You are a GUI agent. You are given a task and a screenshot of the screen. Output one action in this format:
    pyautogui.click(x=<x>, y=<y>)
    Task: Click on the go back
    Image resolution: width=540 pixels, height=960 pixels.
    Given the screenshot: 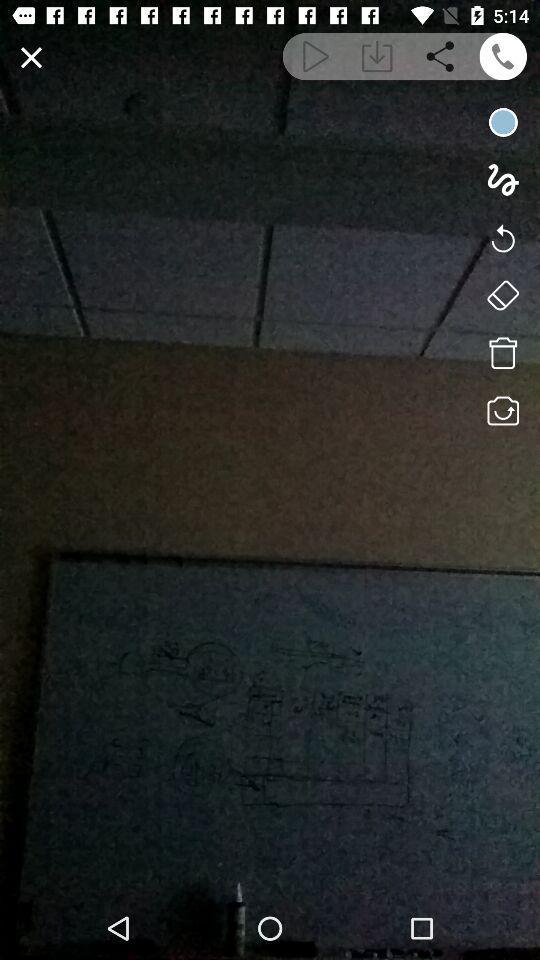 What is the action you would take?
    pyautogui.click(x=502, y=237)
    